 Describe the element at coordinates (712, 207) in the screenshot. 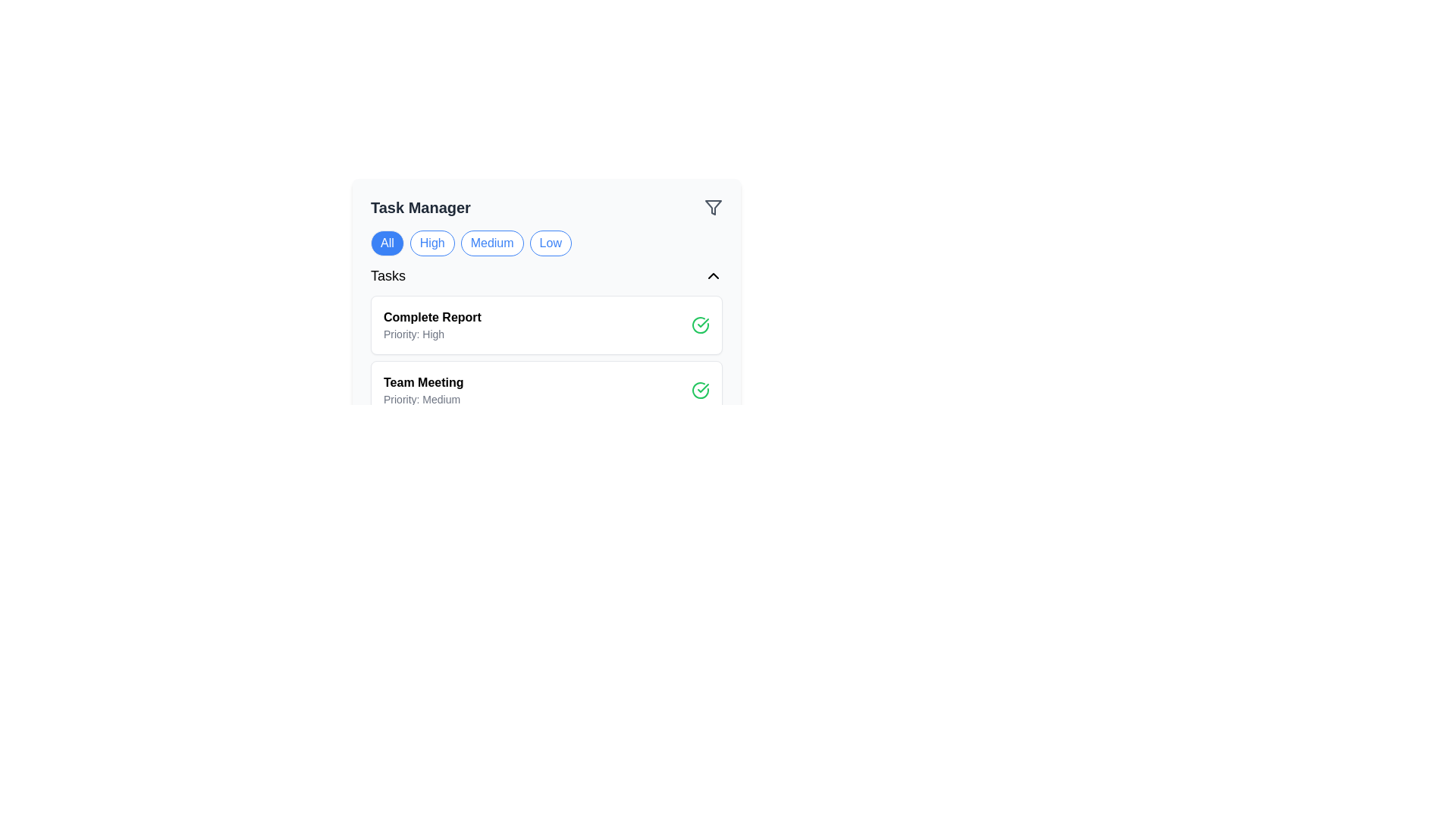

I see `the triangular graphic element representing filtering functionality in the top-right corner of the task manager interface` at that location.